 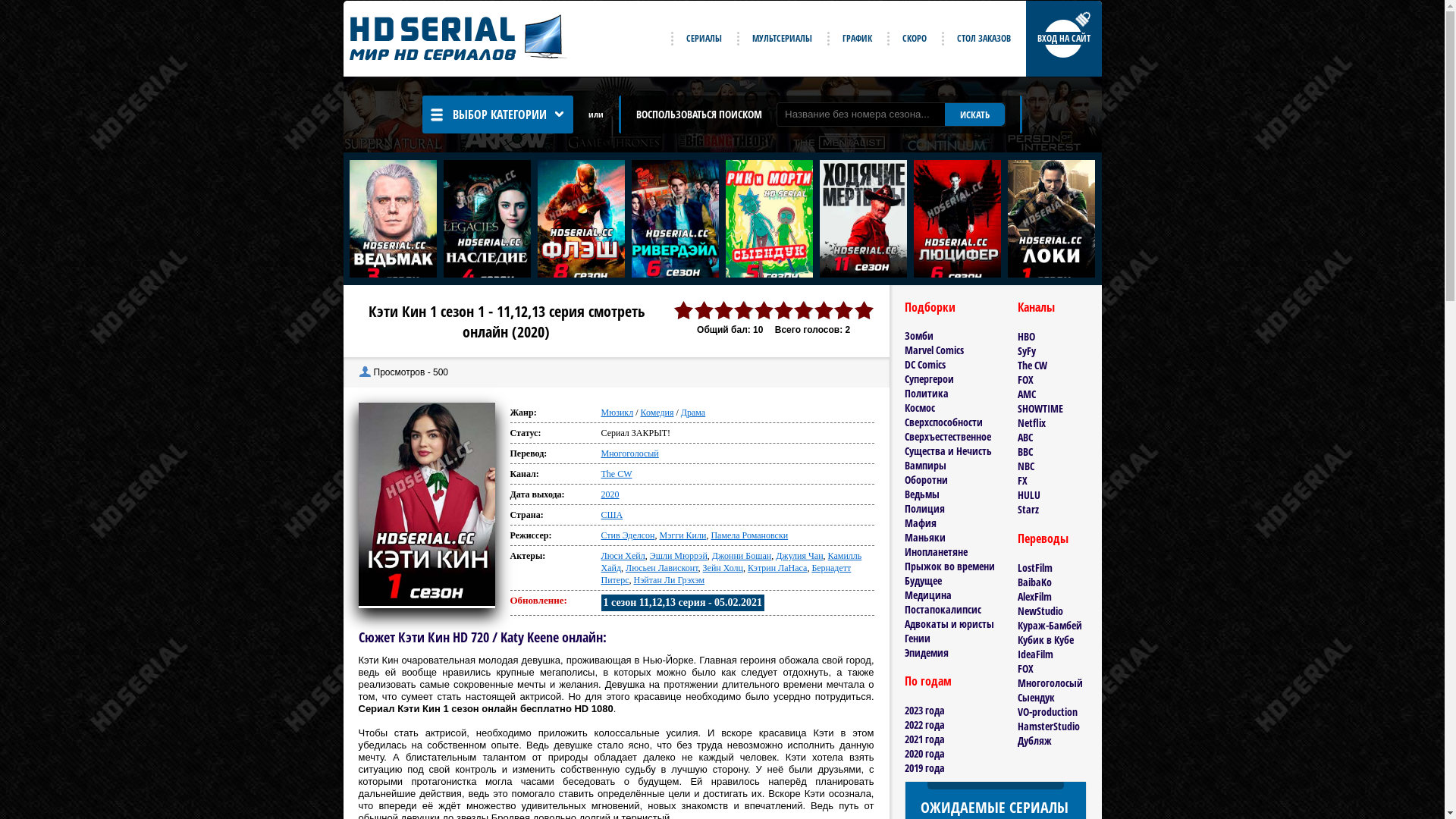 What do you see at coordinates (1025, 437) in the screenshot?
I see `'ABC'` at bounding box center [1025, 437].